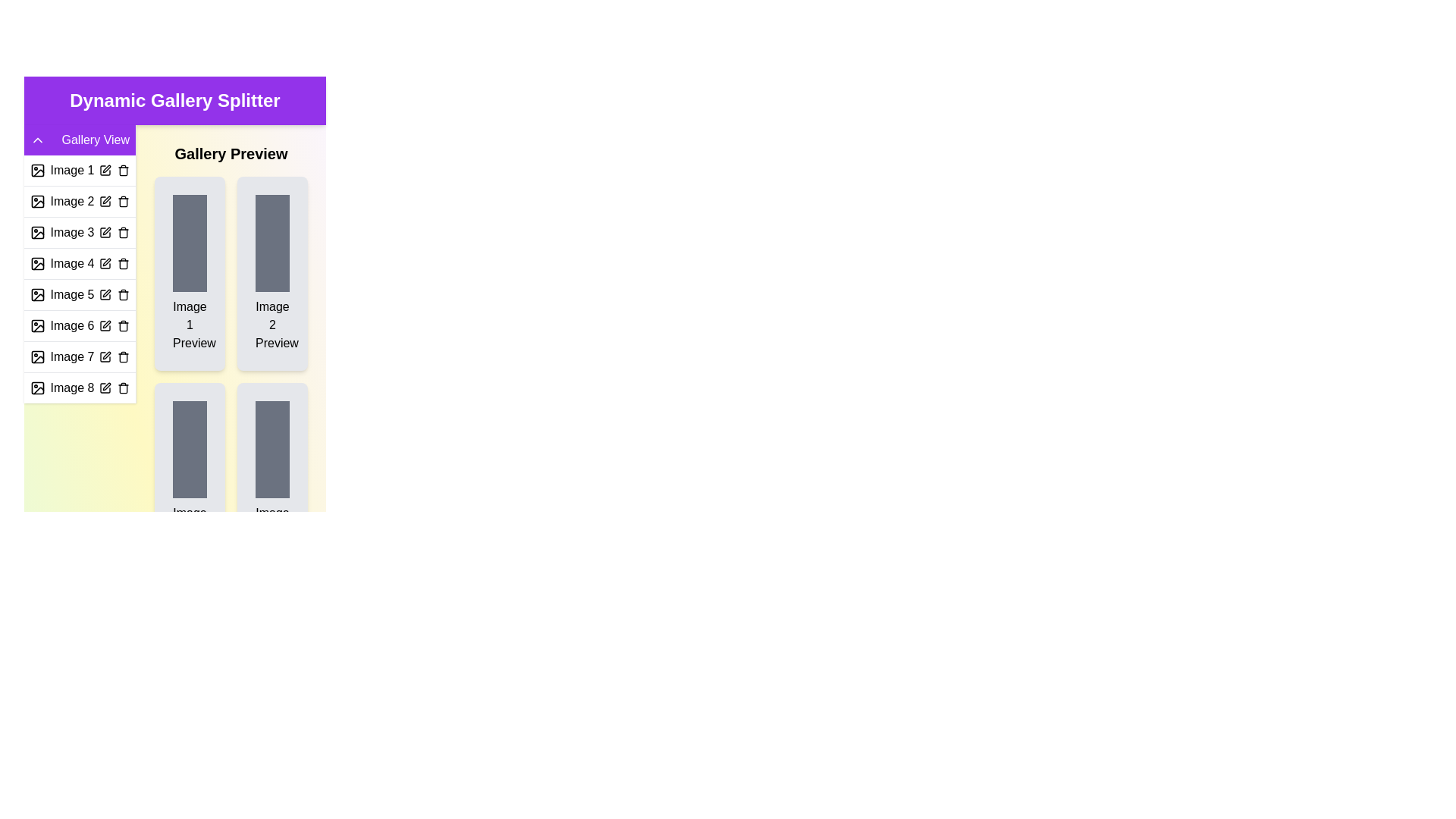 The height and width of the screenshot is (819, 1456). Describe the element at coordinates (79, 325) in the screenshot. I see `the row element for 'Image 6' in the gallery manager` at that location.